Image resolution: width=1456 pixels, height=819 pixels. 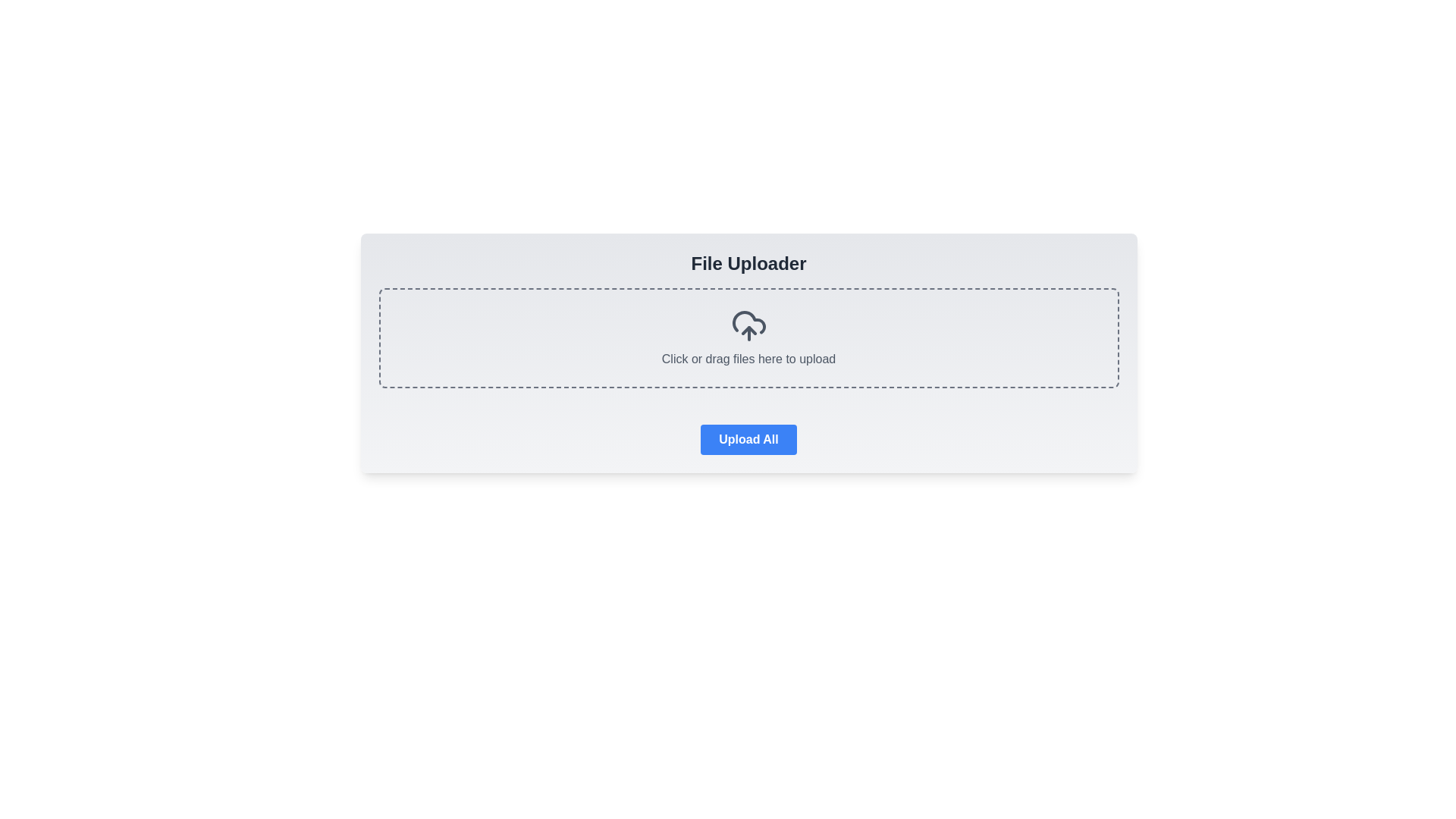 I want to click on the cloud icon that represents the upload functionality, which is visually distinct with a split contour and is located between the 'File Uploader' heading and the 'Upload All' button, so click(x=748, y=322).